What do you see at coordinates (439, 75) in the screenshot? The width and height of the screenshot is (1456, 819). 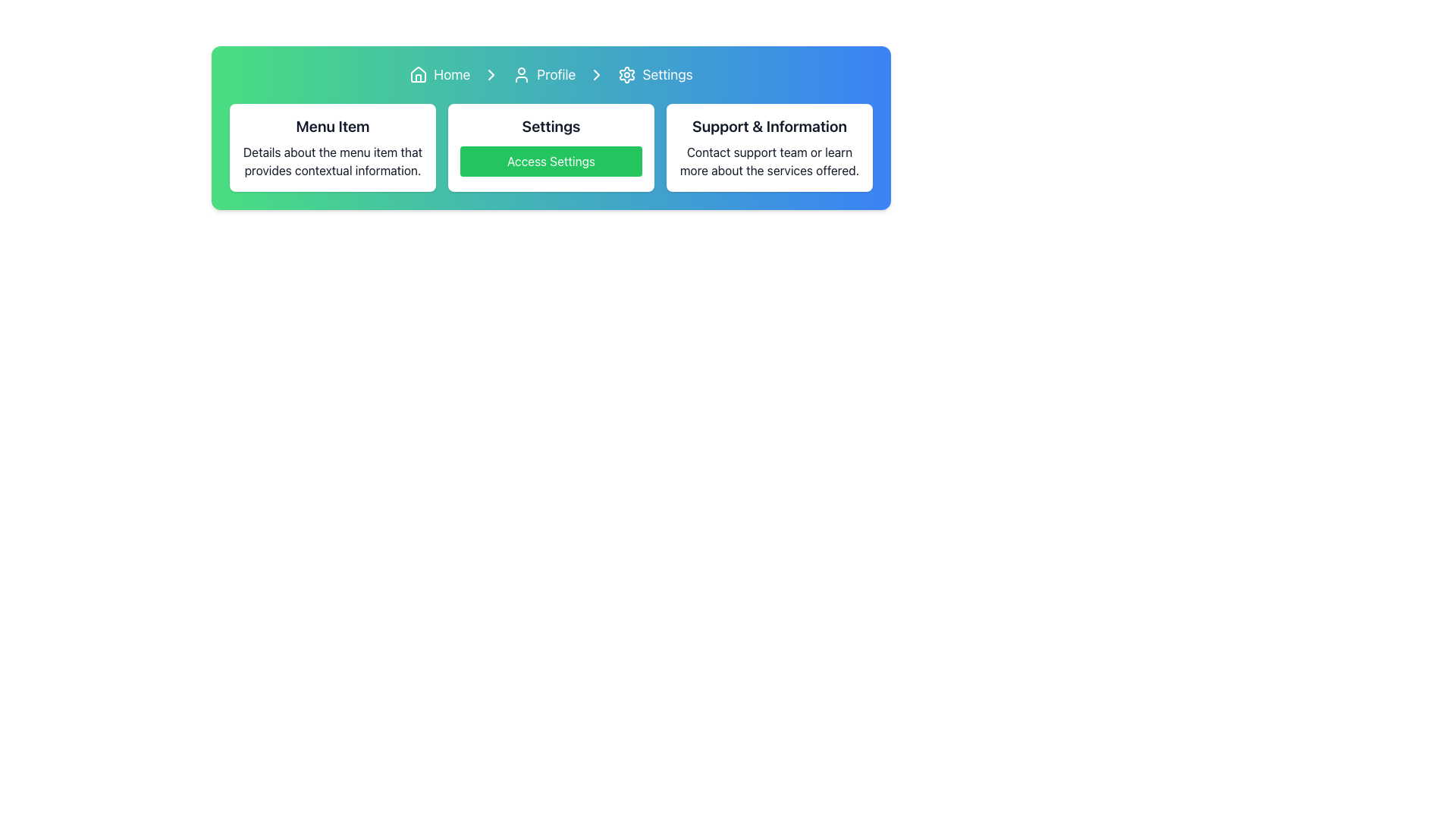 I see `the breadcrumb navigation item labeled 'Home'` at bounding box center [439, 75].